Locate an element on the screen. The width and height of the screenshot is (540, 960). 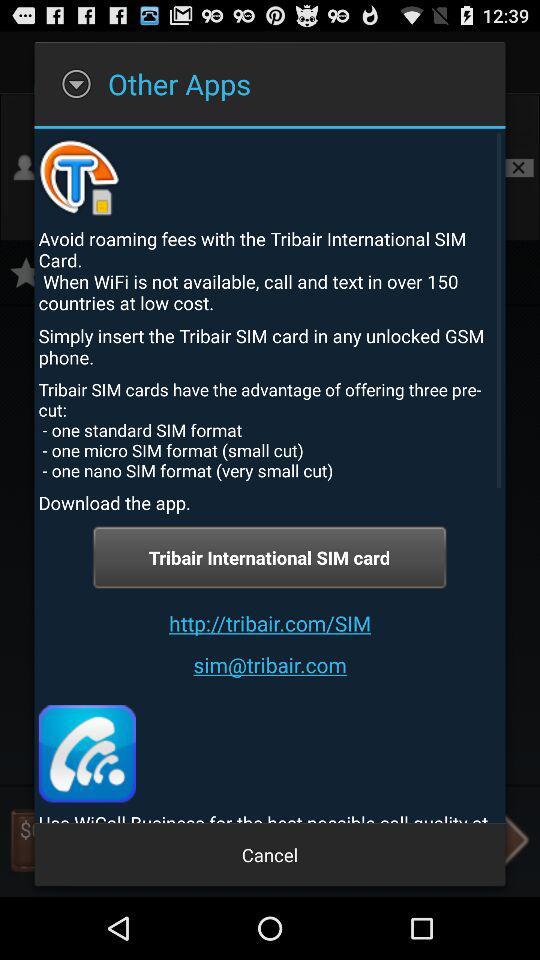
the icon above avoid roaming fees is located at coordinates (79, 174).